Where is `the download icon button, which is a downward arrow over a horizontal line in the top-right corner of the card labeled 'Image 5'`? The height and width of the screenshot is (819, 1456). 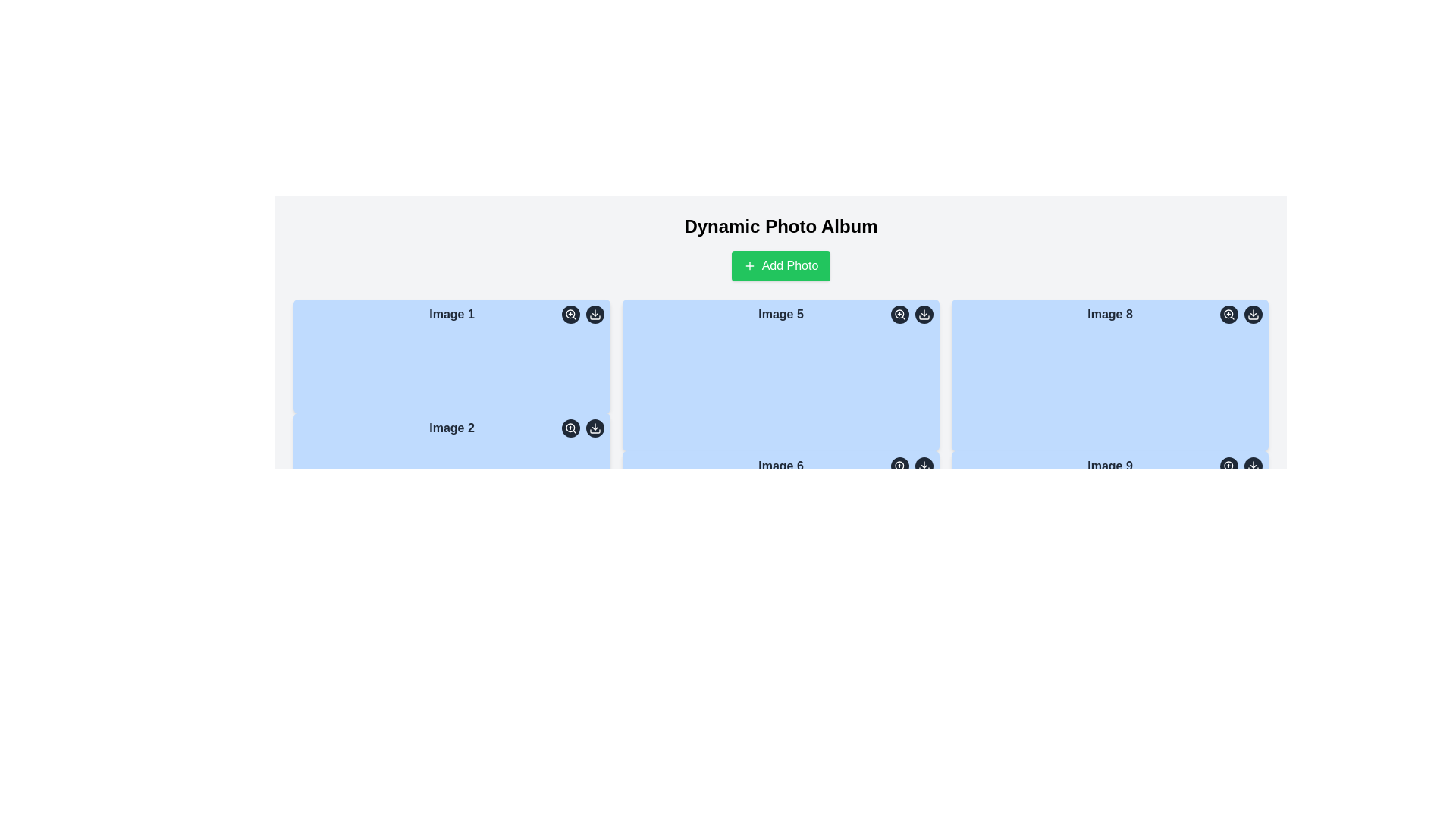
the download icon button, which is a downward arrow over a horizontal line in the top-right corner of the card labeled 'Image 5' is located at coordinates (924, 314).